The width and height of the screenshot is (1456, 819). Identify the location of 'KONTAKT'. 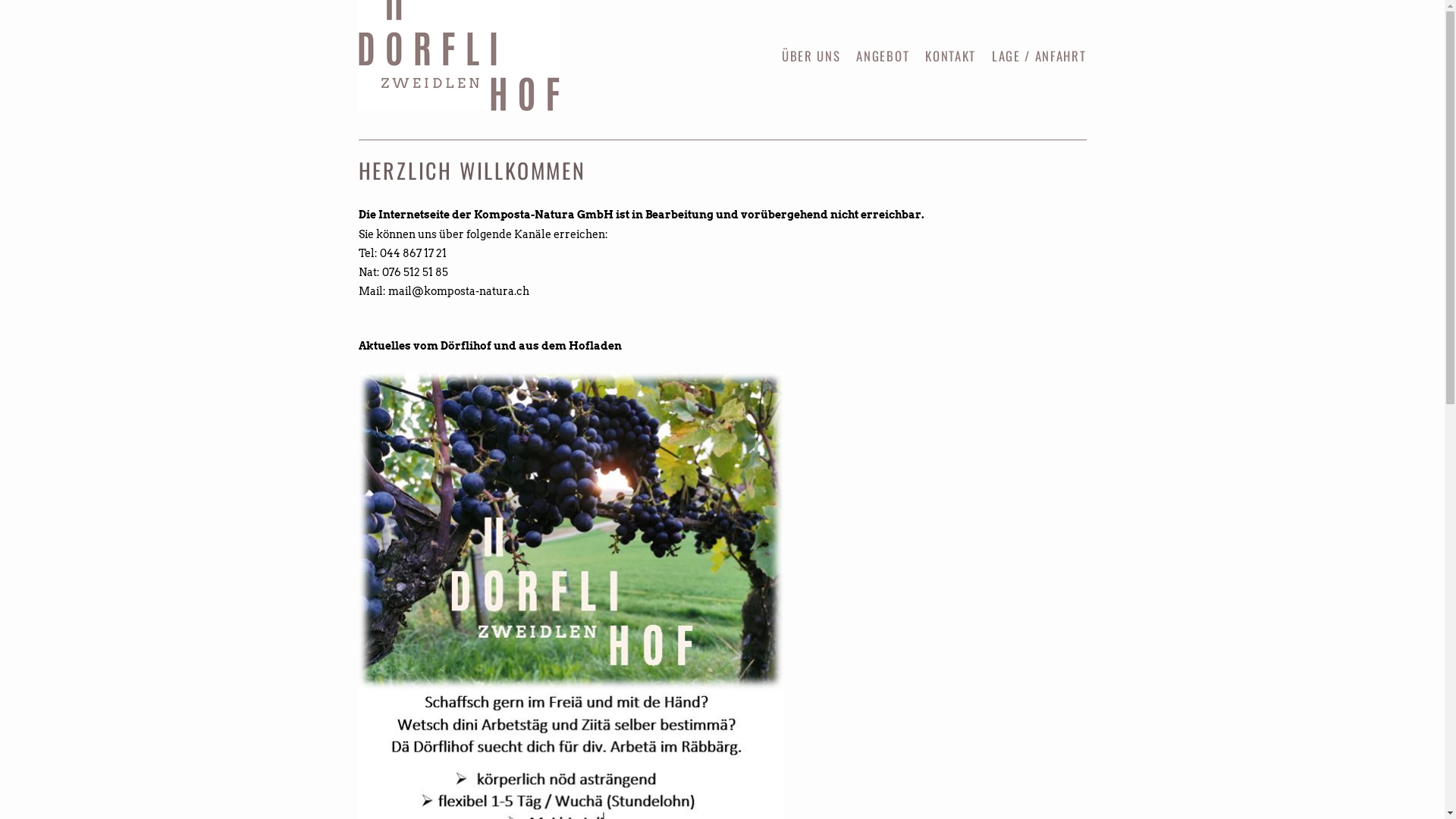
(924, 55).